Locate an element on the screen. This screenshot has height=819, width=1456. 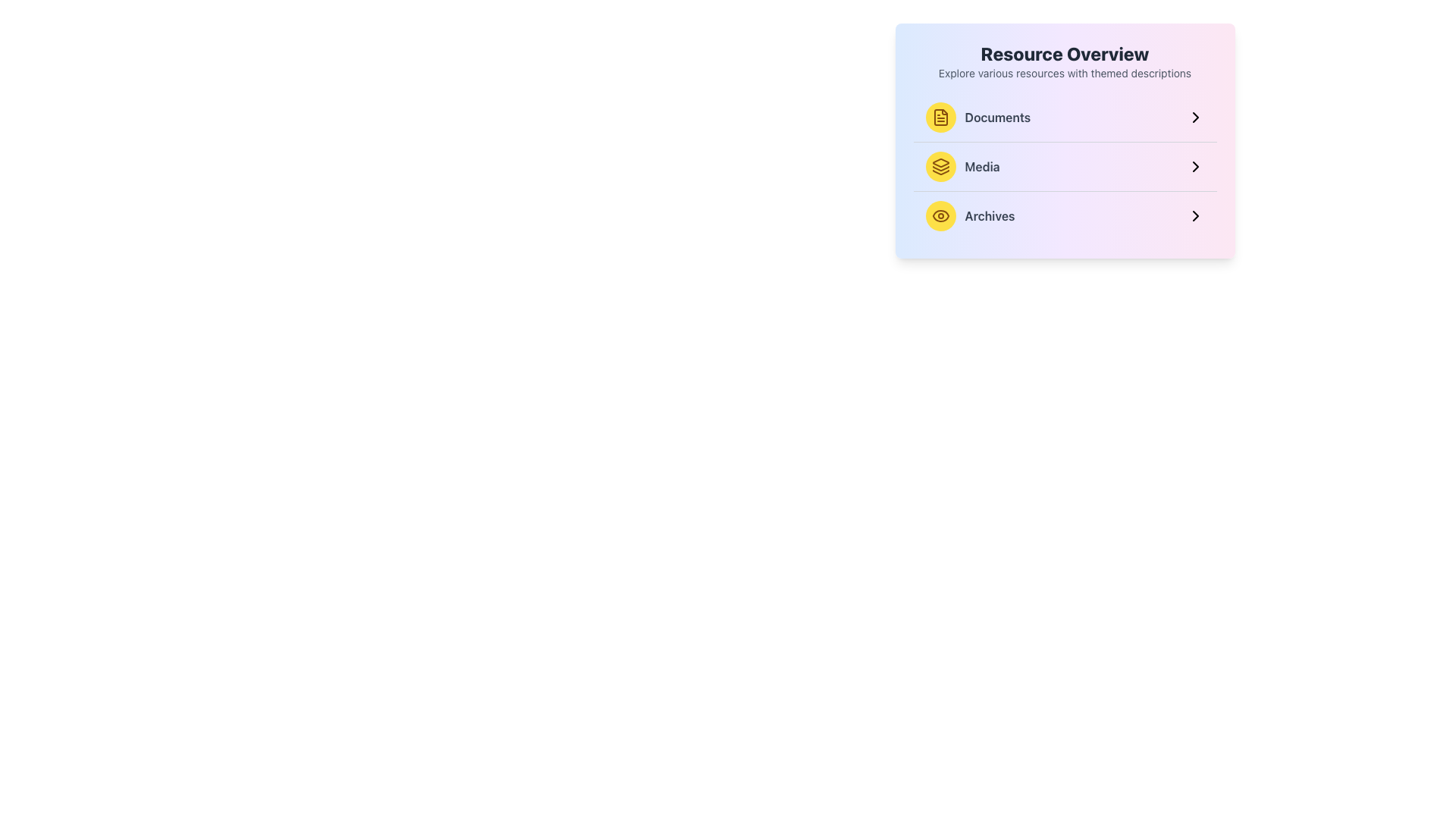
the 'eye' SVG icon on the right side of the interface to access the broader section it is associated with, likely linked to 'Documents', 'Media', or 'Archives' is located at coordinates (940, 216).